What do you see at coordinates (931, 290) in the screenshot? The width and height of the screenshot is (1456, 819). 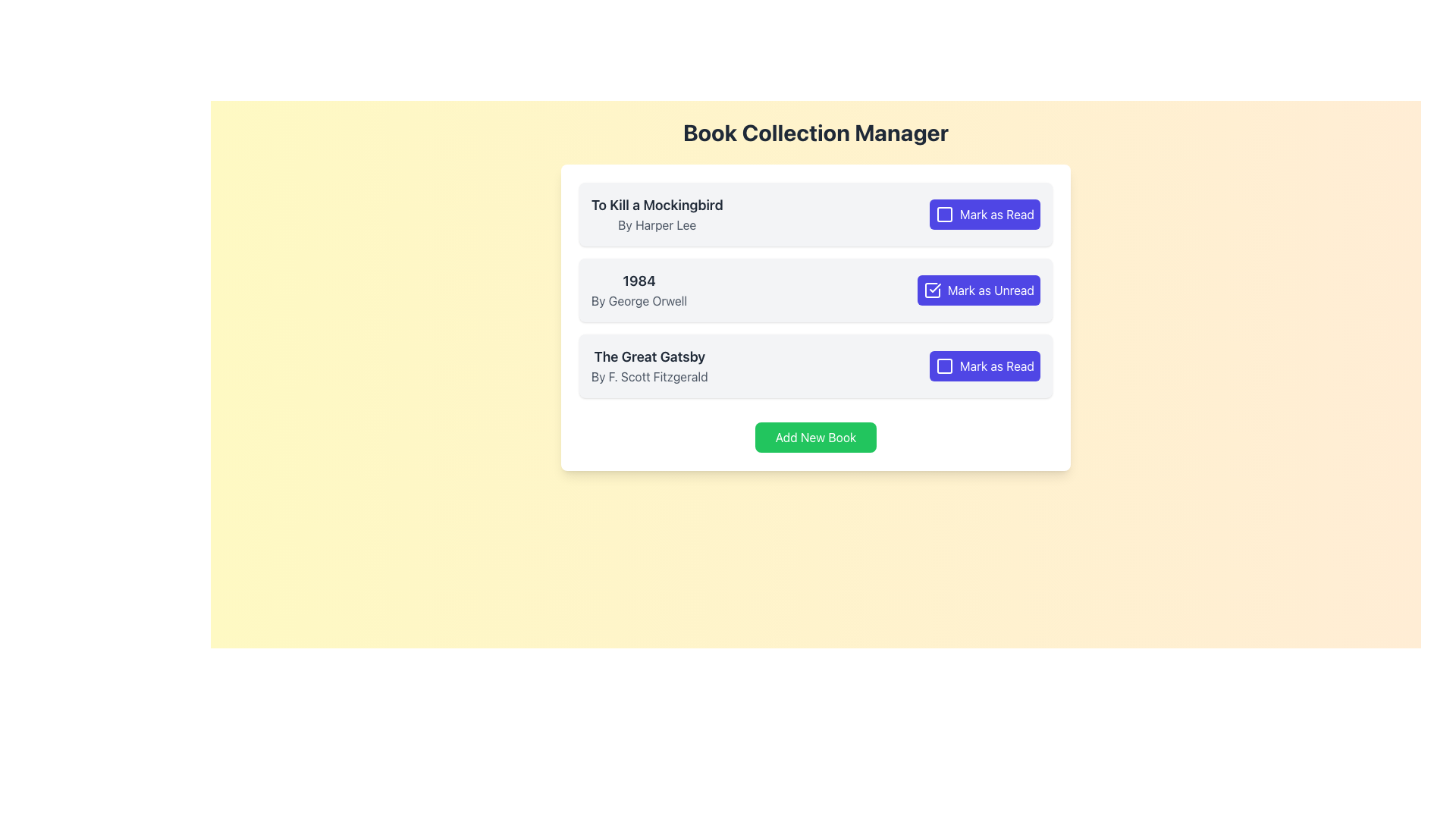 I see `the checkmark icon within the 'Mark as Unread' button next to the '1984' book entry` at bounding box center [931, 290].